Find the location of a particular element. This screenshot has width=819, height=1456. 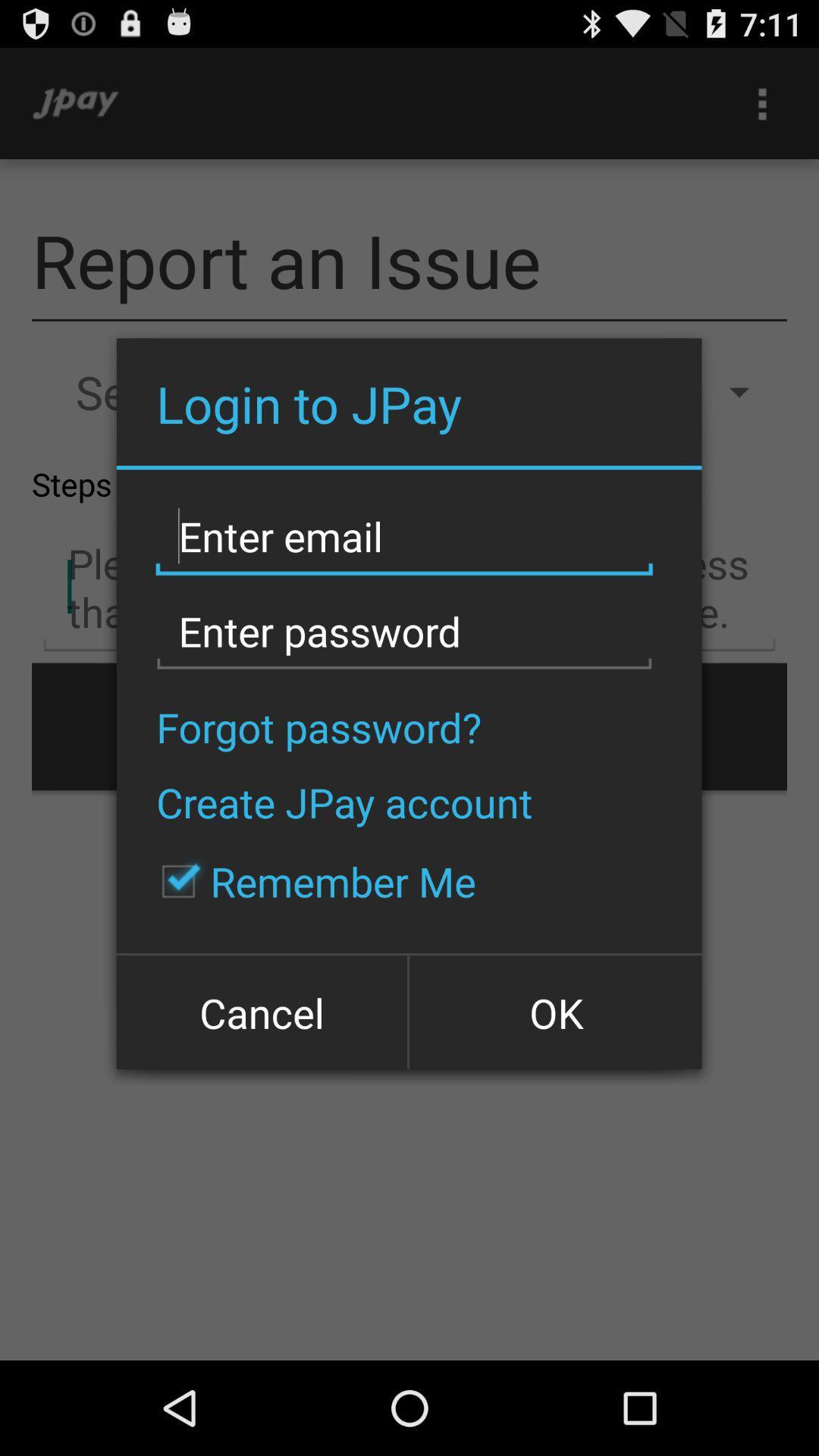

the item at the bottom right corner is located at coordinates (554, 1011).